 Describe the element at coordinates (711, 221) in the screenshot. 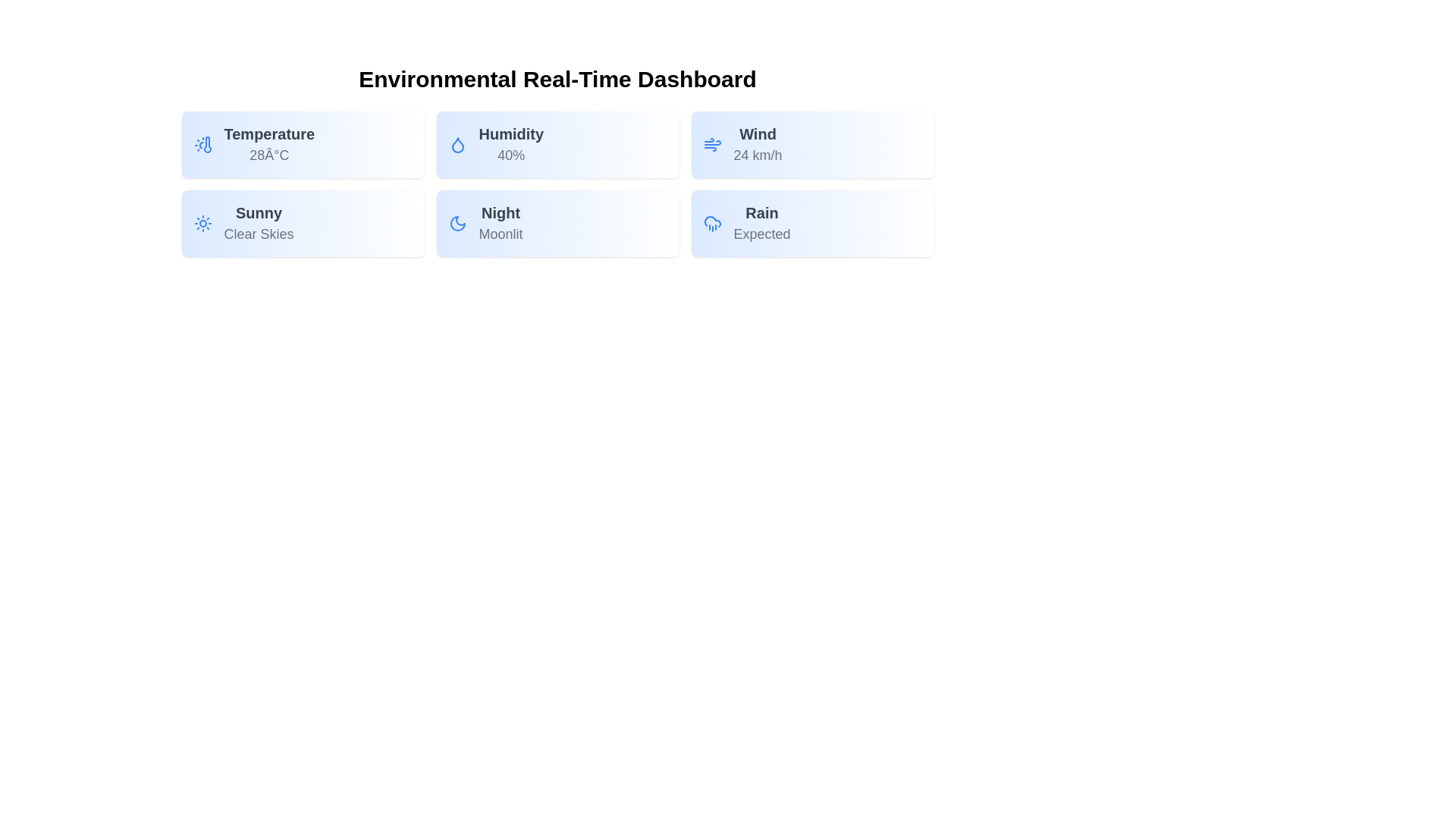

I see `the decorative icon that visually depicts the weather condition of rain located in the bottom-right of the layout` at that location.